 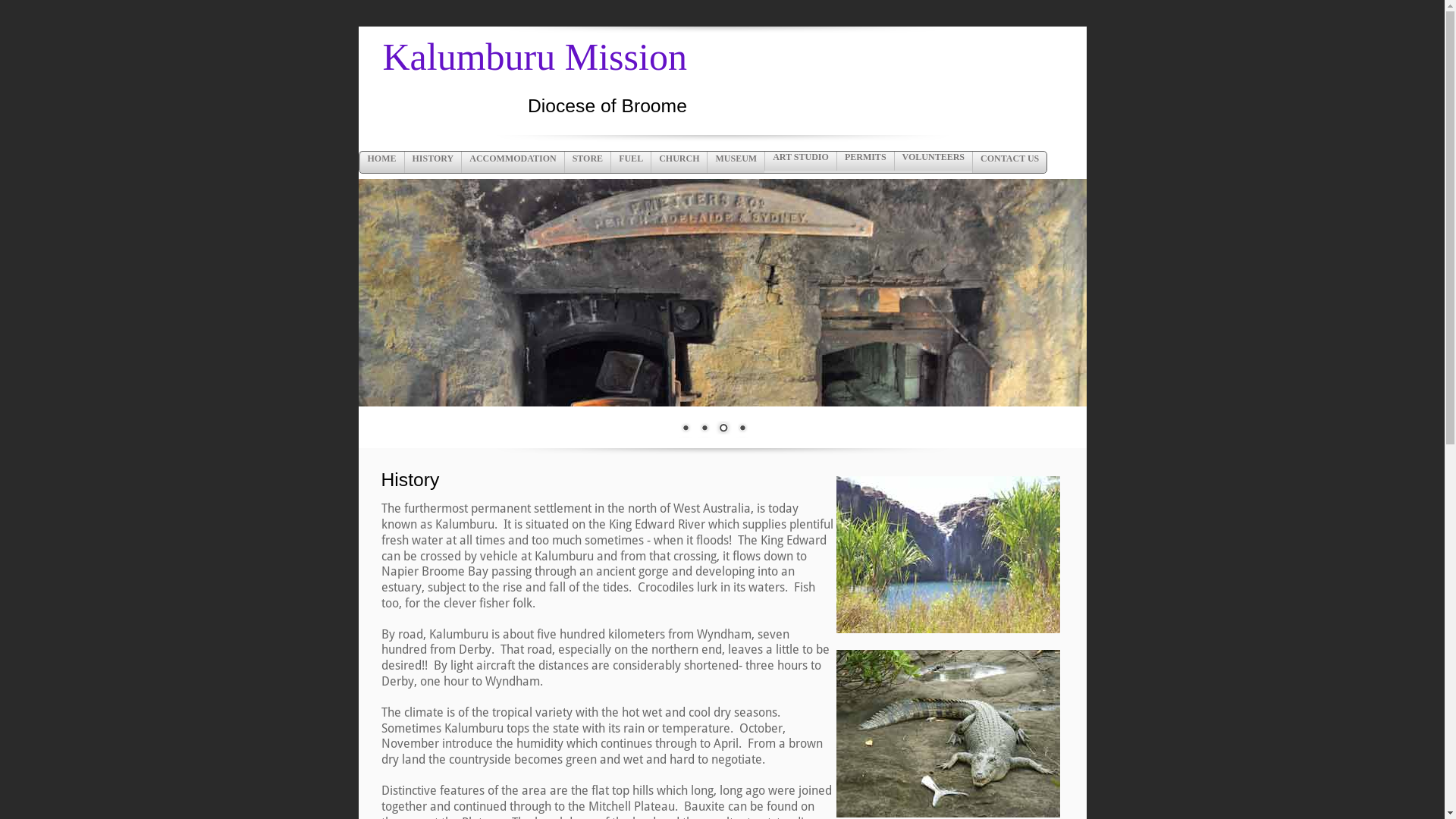 I want to click on '4', so click(x=742, y=429).